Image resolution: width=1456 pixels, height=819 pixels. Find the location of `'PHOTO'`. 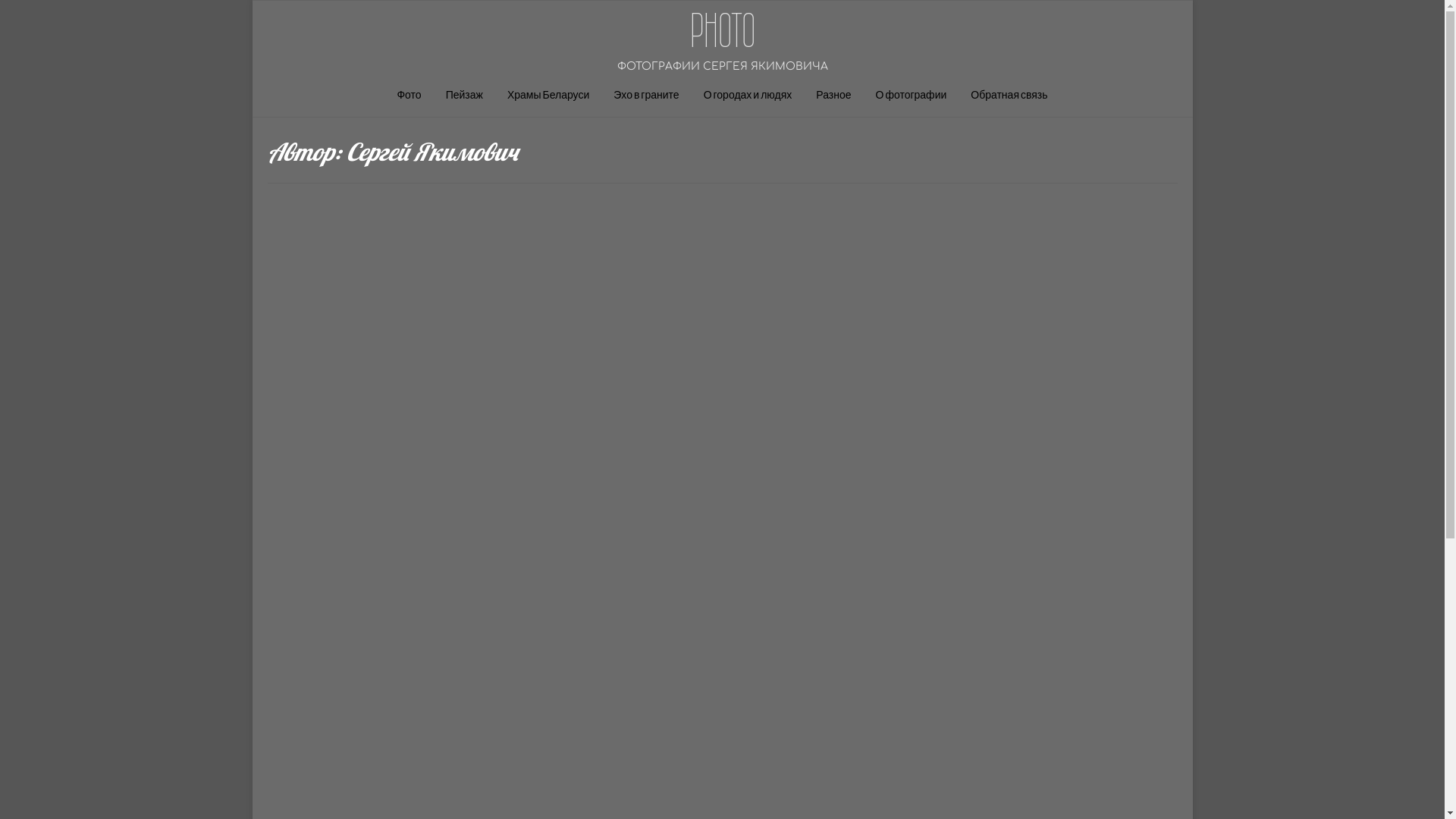

'PHOTO' is located at coordinates (722, 30).